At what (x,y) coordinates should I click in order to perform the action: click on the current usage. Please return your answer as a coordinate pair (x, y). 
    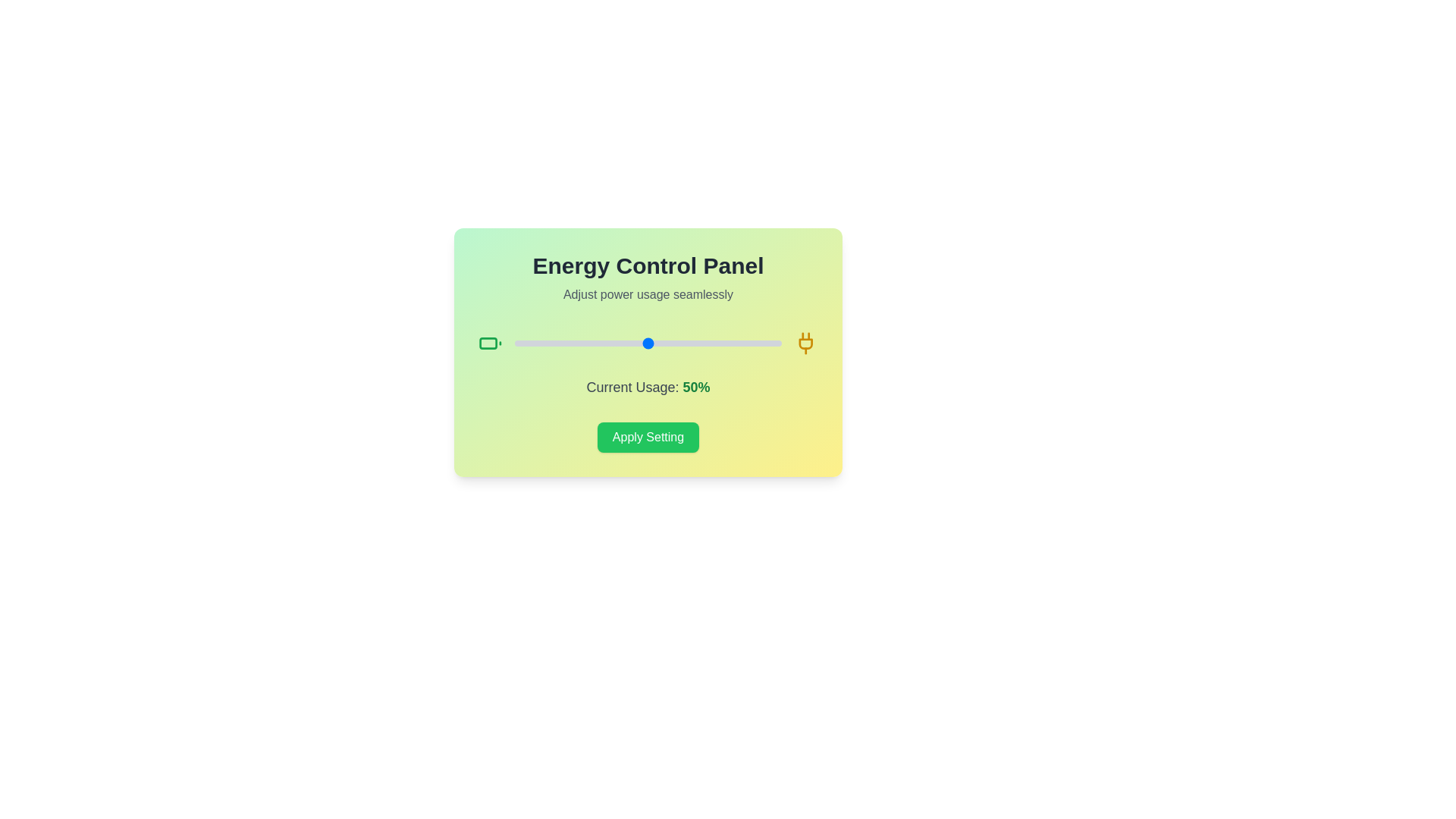
    Looking at the image, I should click on (693, 343).